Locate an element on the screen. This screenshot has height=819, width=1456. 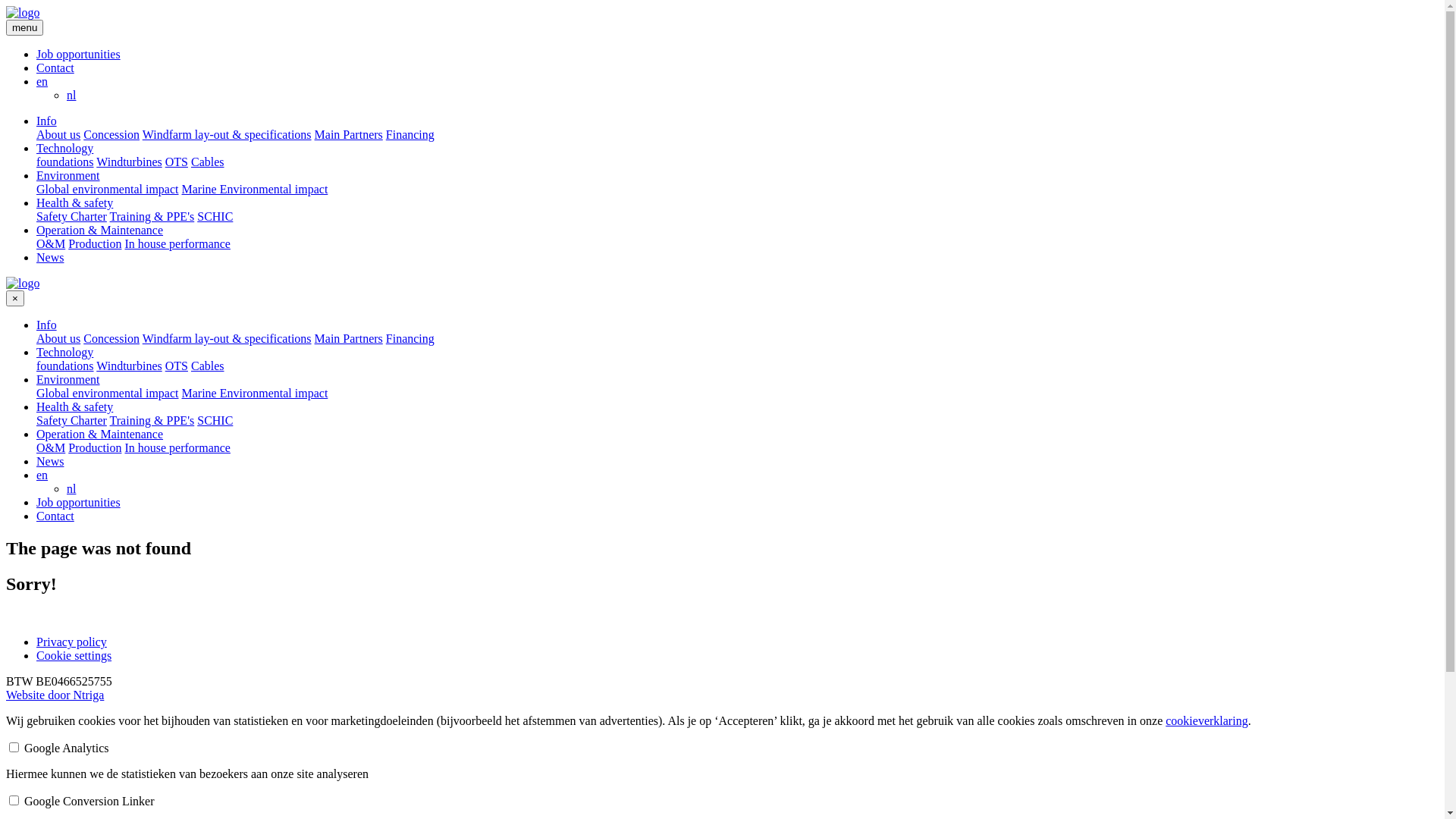
'Health & safety' is located at coordinates (74, 406).